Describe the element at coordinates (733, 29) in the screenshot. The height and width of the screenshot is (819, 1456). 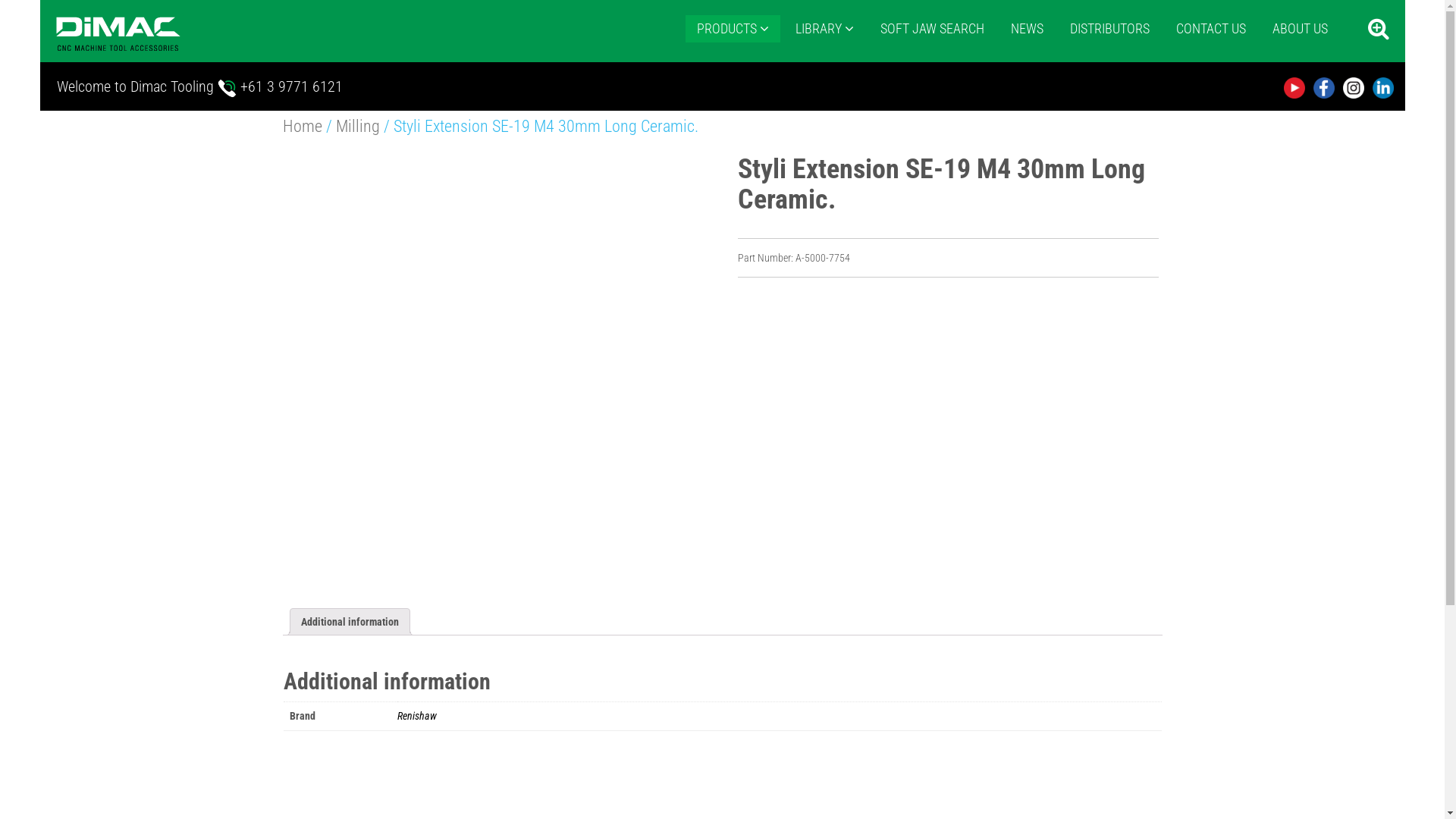
I see `'PRODUCTS'` at that location.